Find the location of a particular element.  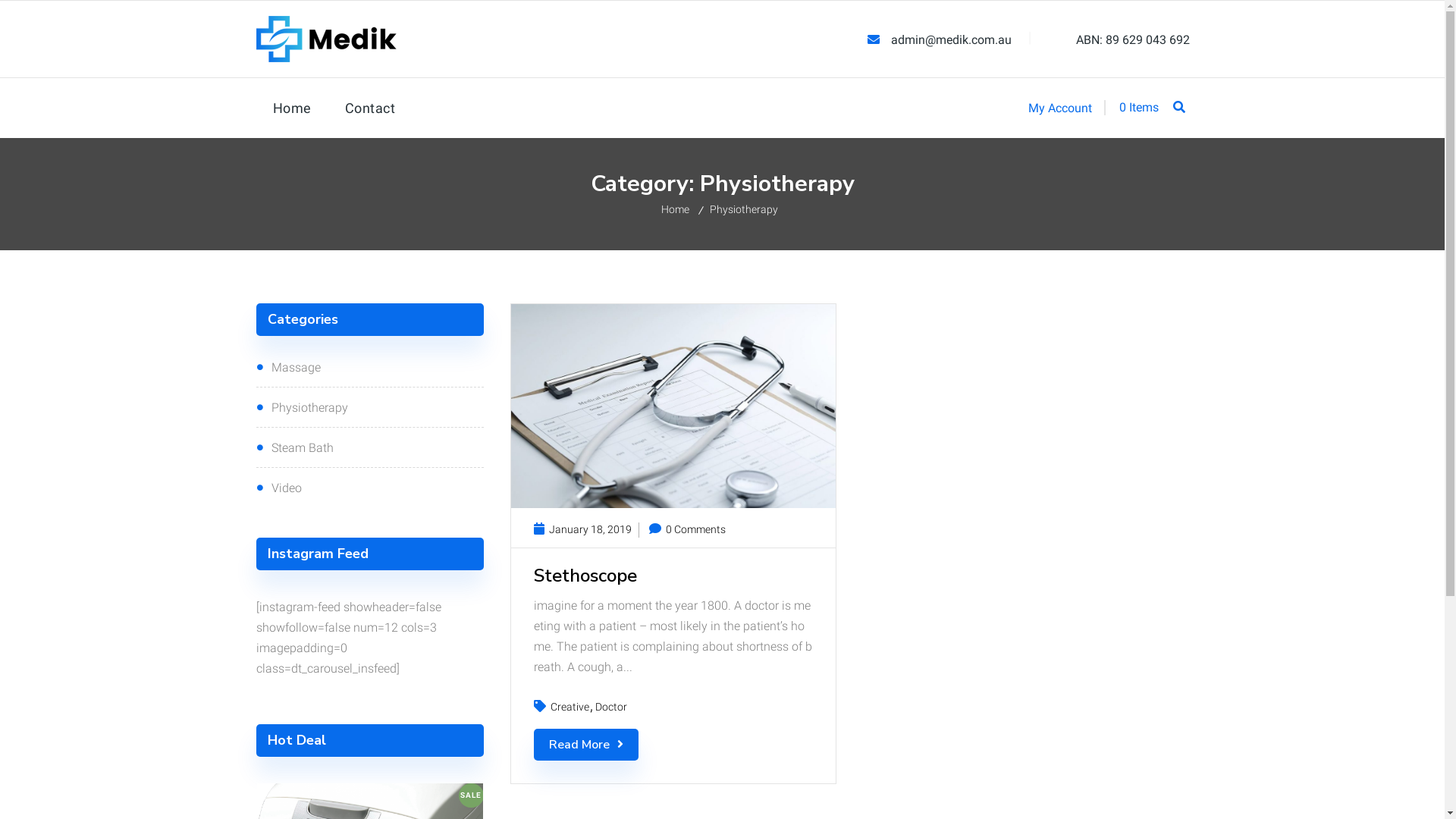

'ABN: 89 629 043 692' is located at coordinates (1130, 38).